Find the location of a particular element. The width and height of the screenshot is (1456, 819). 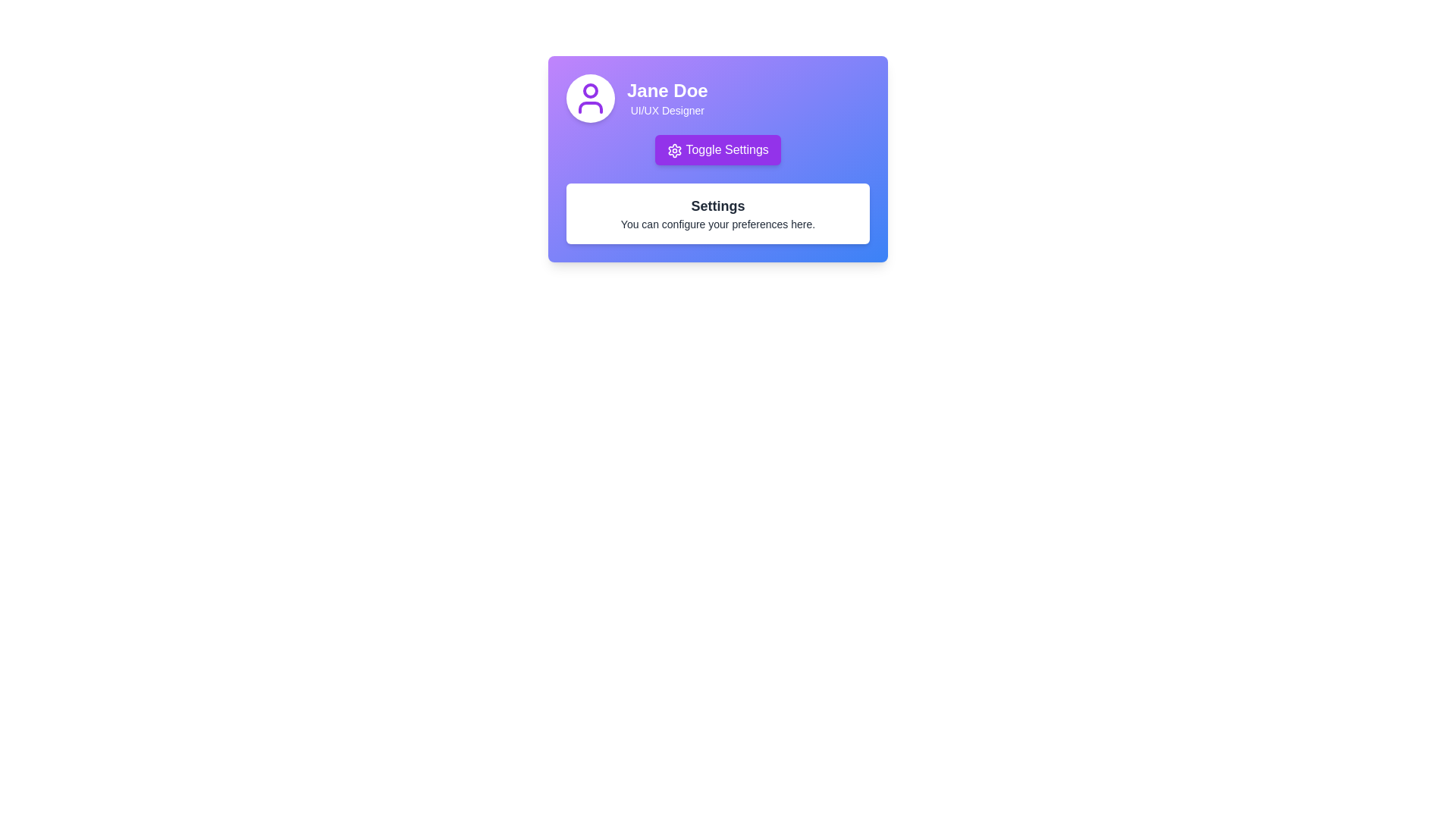

the SVG Circle element that represents a user avatar, which is located inside a purple-colored circle at the top-left of the user card is located at coordinates (589, 90).